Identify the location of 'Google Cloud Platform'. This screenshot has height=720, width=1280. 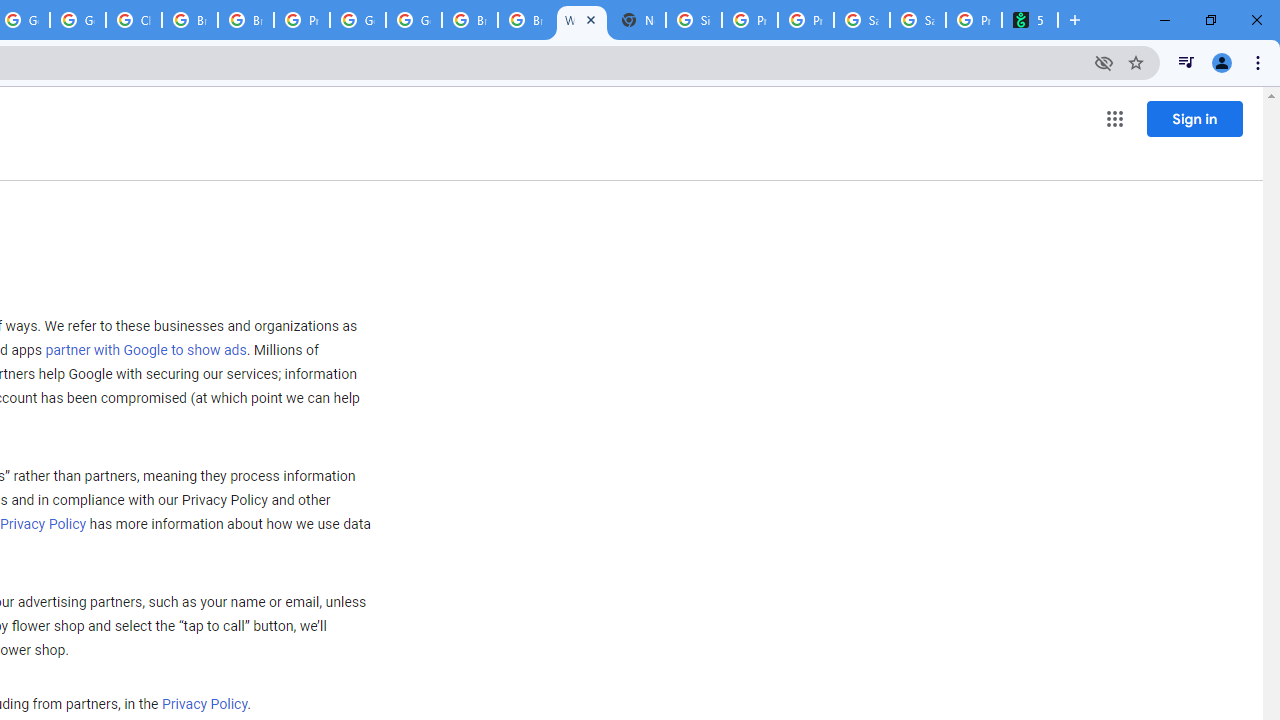
(413, 20).